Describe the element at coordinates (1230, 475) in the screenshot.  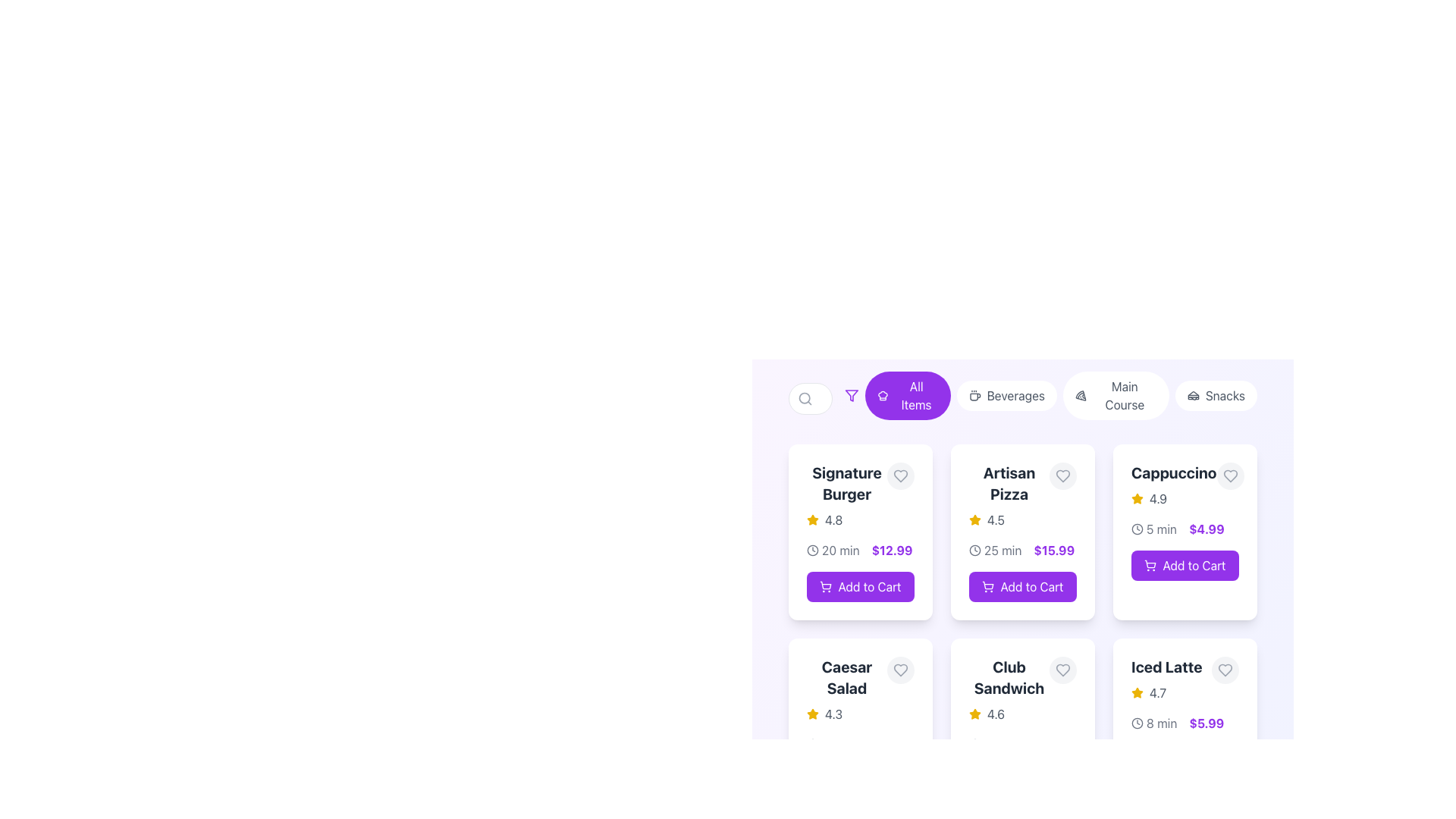
I see `the heart-shaped icon located in the top-right corner of the Cappuccino card, which is styled with a thin, hollow outline and changes color on hover` at that location.